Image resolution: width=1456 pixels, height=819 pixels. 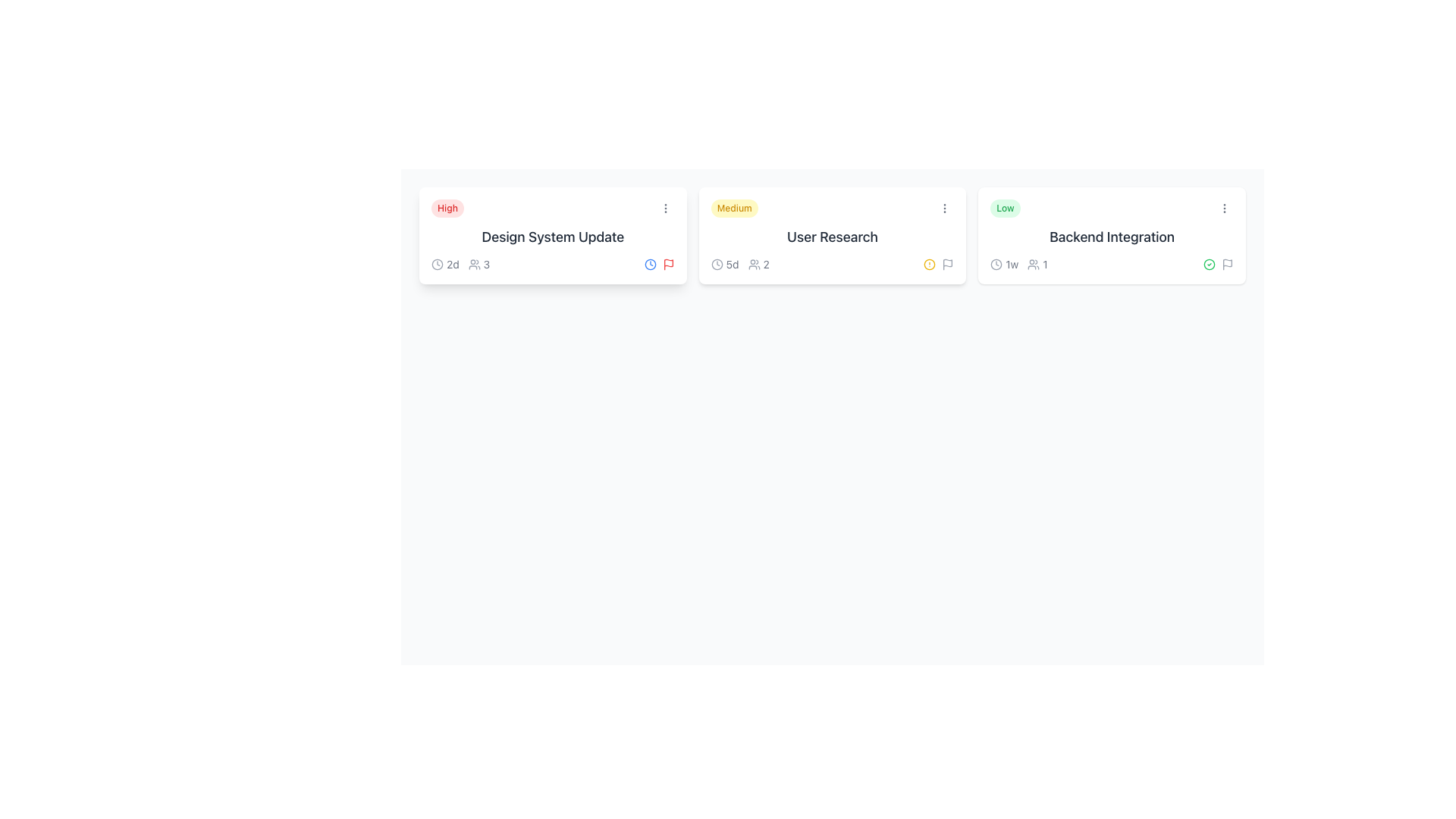 I want to click on the circular graphic within the check-circle icon located near the card labeled 'Backend Integration', so click(x=1208, y=263).